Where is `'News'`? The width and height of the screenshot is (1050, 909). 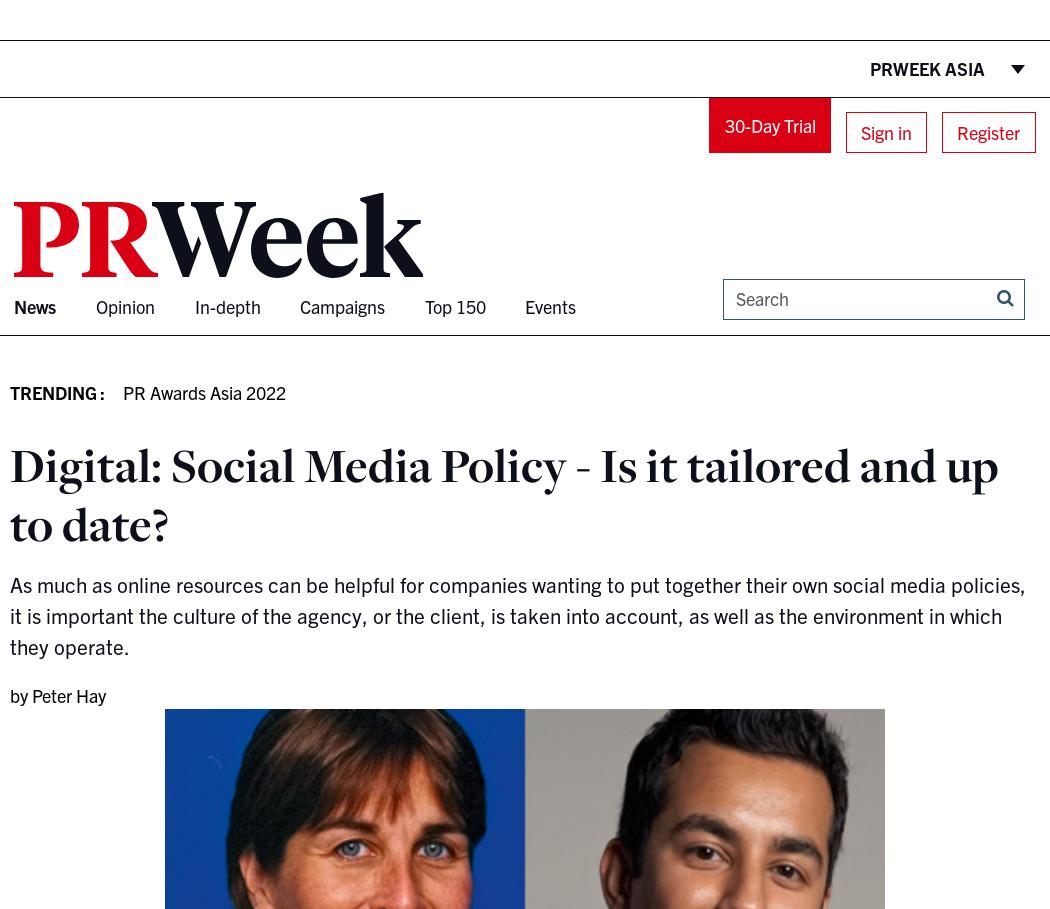 'News' is located at coordinates (13, 305).